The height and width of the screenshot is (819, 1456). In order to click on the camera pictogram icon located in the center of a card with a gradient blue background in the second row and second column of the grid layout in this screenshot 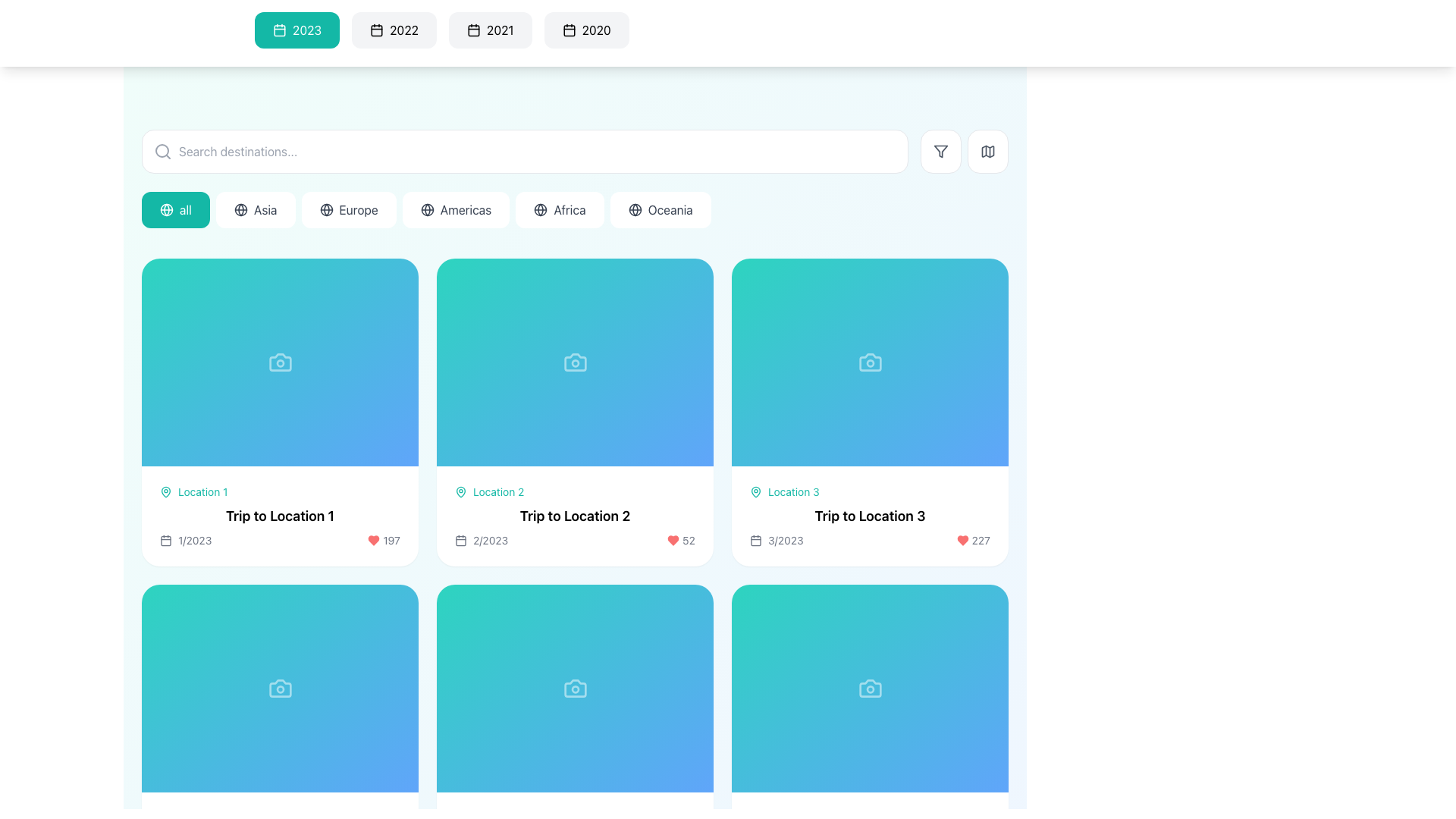, I will do `click(574, 688)`.